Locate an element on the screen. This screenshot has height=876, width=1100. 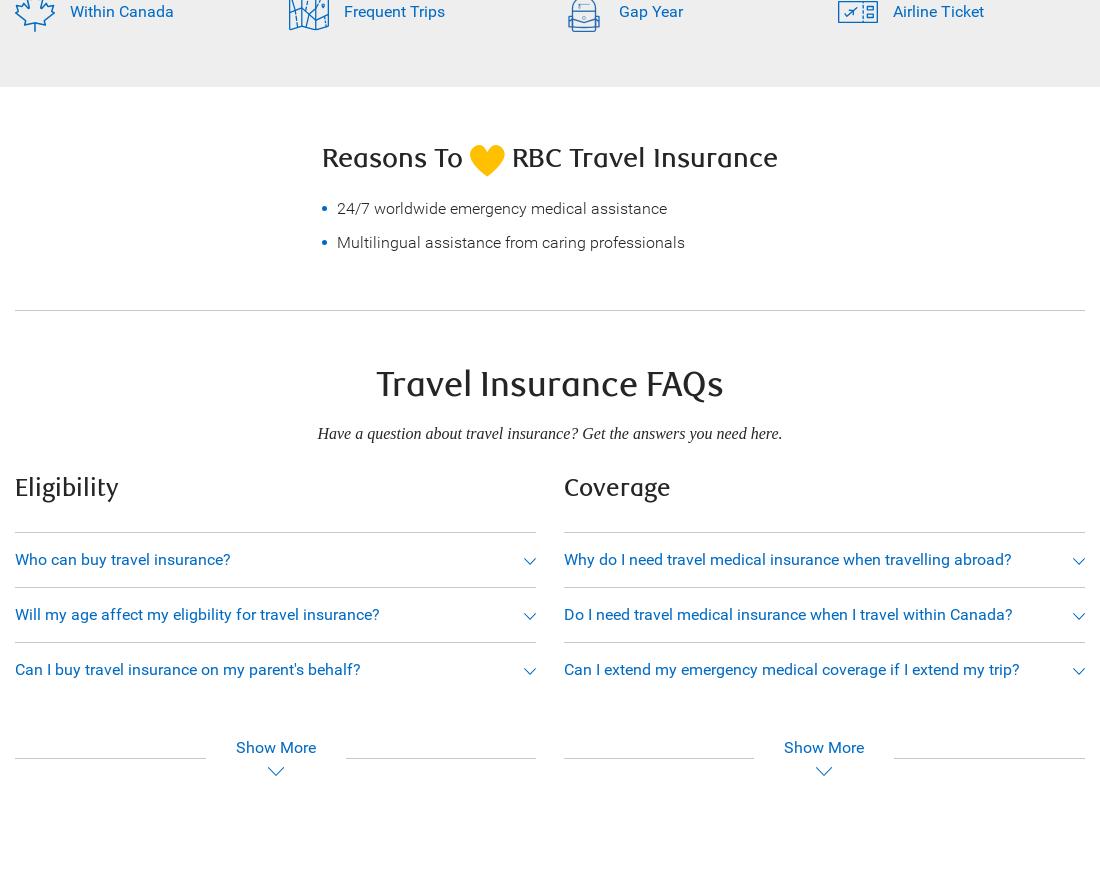
'Coverage' is located at coordinates (561, 486).